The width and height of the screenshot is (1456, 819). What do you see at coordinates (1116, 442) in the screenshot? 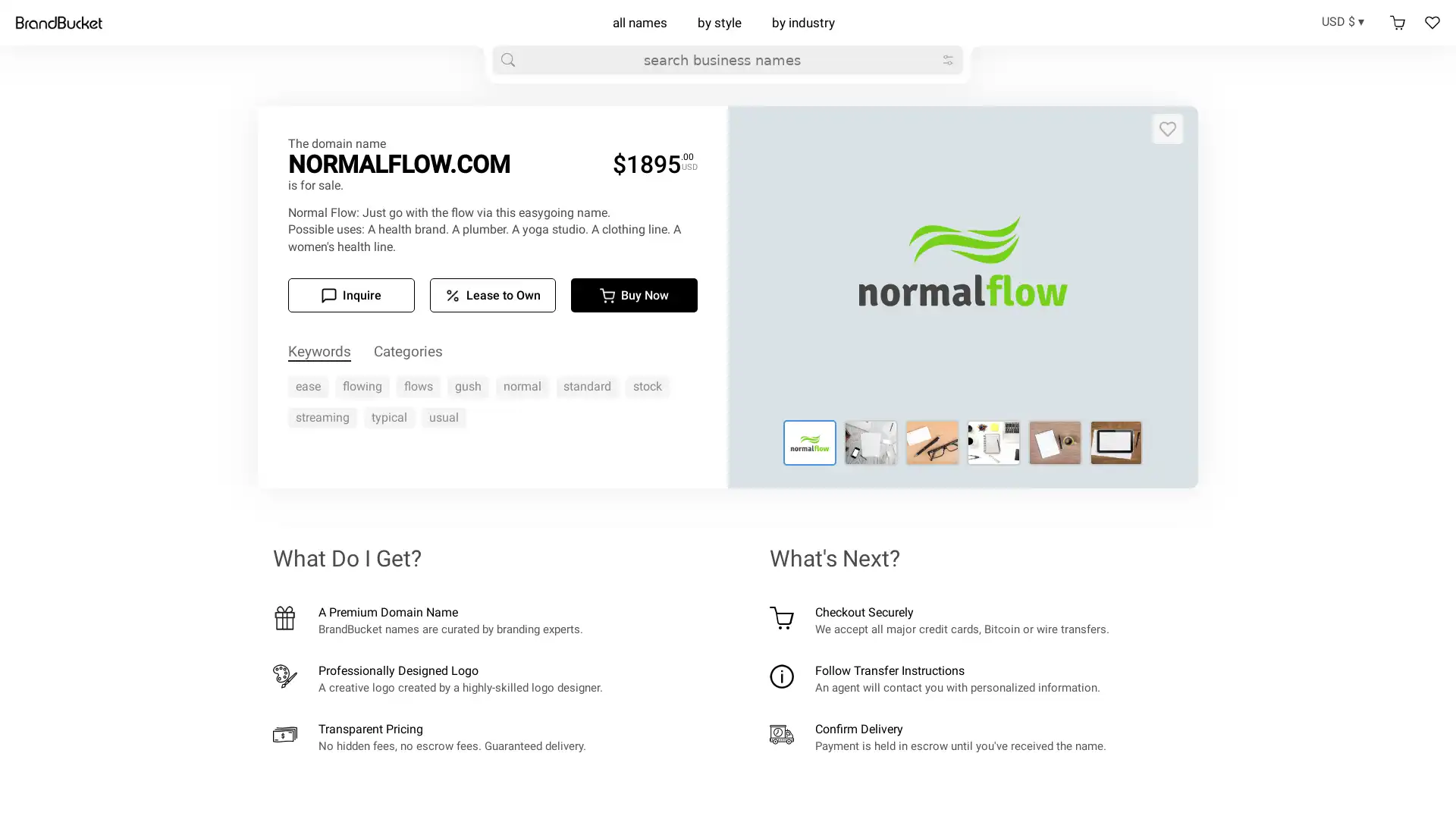
I see `Logo for normalflow.com` at bounding box center [1116, 442].